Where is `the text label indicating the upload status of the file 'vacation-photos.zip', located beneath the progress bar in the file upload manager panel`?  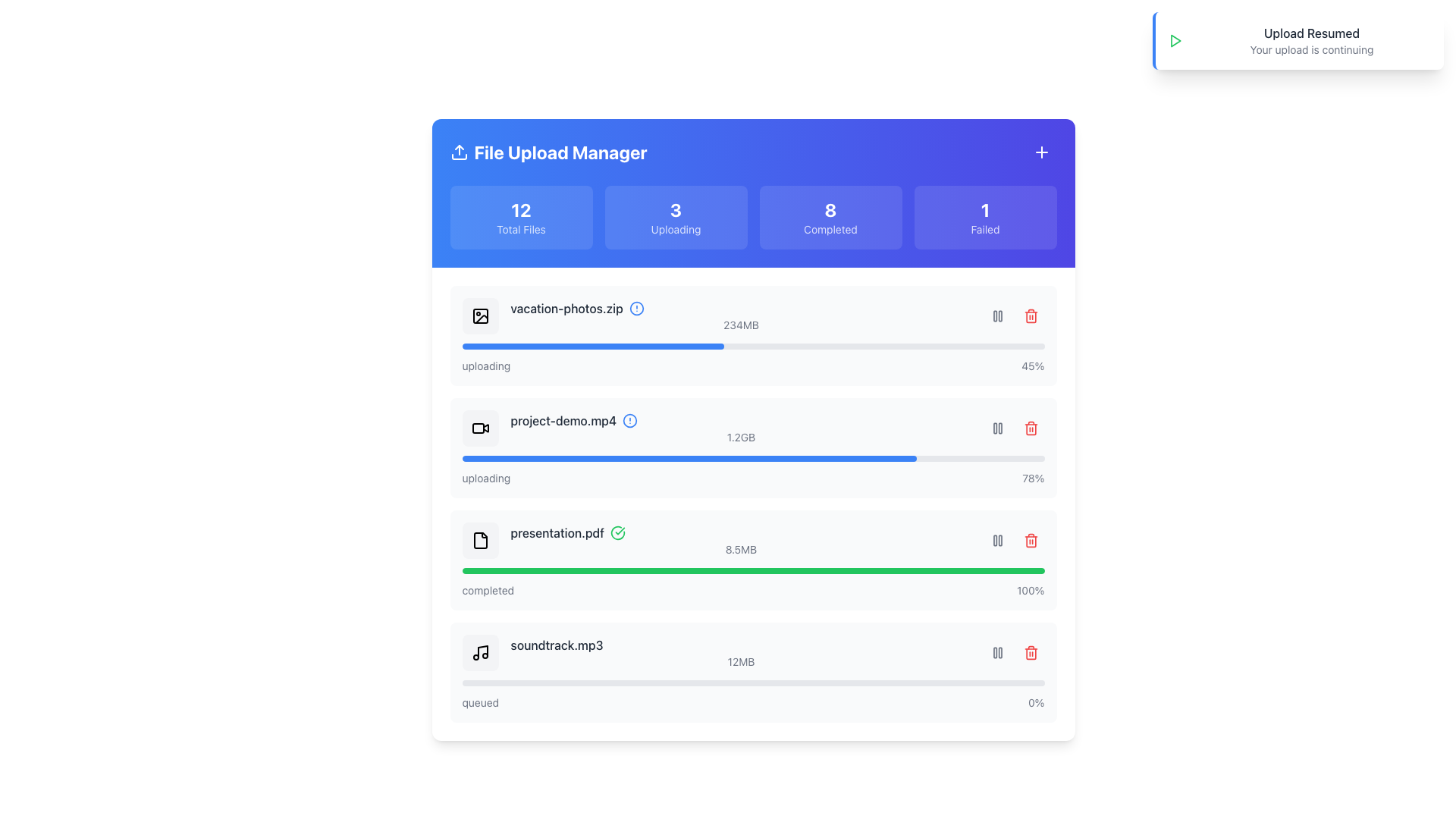 the text label indicating the upload status of the file 'vacation-photos.zip', located beneath the progress bar in the file upload manager panel is located at coordinates (486, 366).